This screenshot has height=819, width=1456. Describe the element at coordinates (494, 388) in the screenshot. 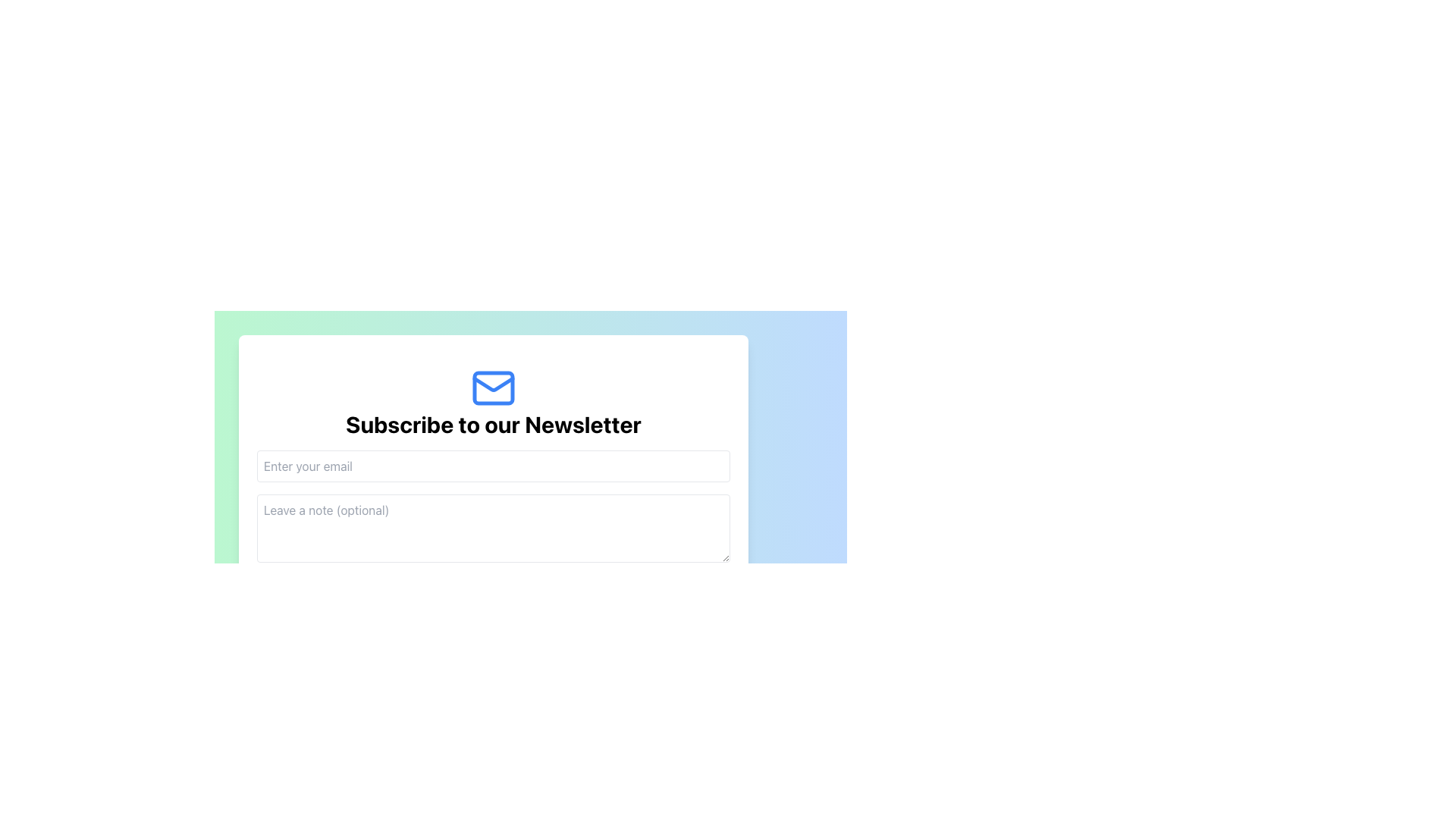

I see `the subscription icon located above the text title in the 'Subscribe to our Newsletter' box` at that location.